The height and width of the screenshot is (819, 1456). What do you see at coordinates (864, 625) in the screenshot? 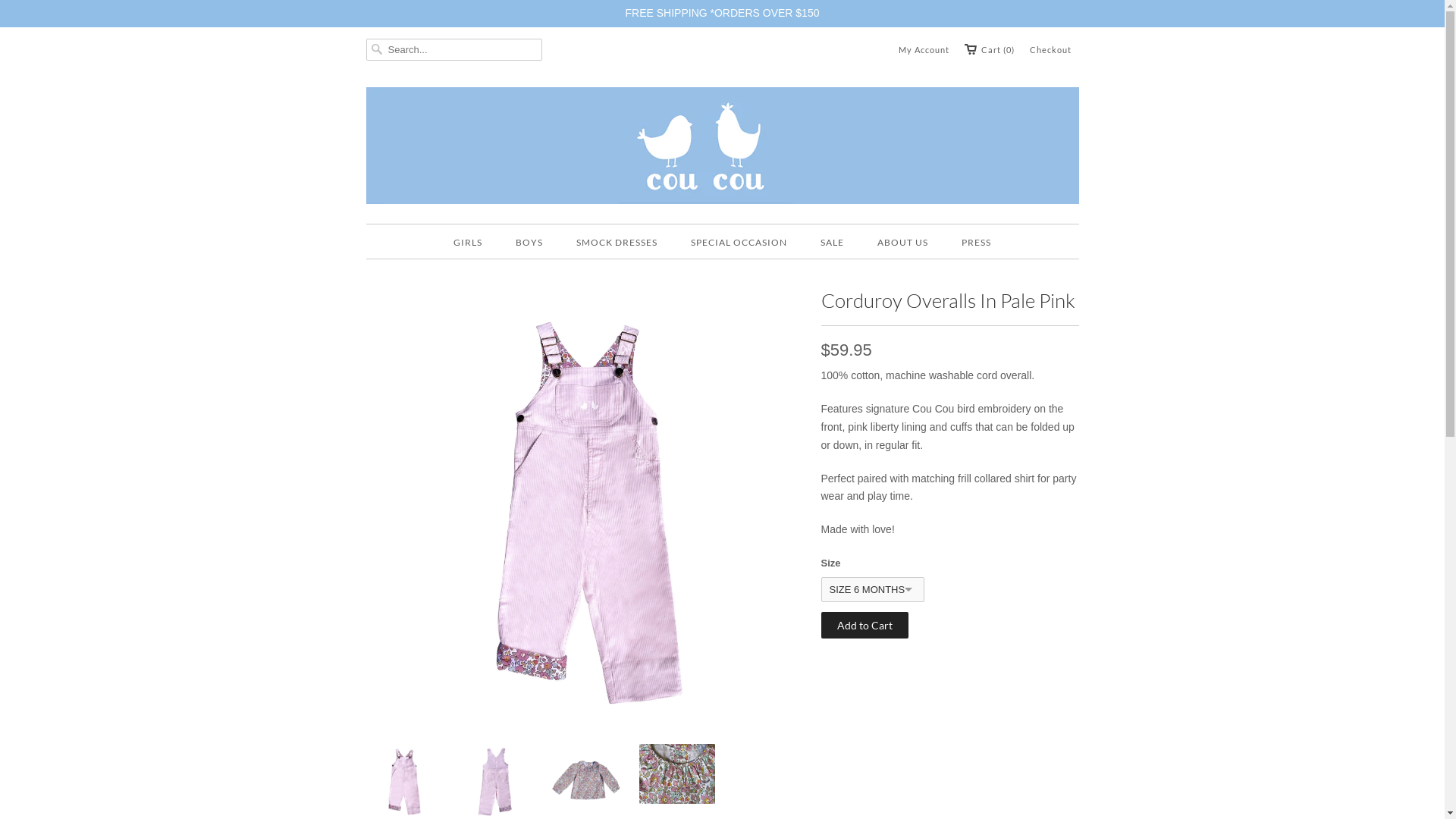
I see `'Add to Cart'` at bounding box center [864, 625].